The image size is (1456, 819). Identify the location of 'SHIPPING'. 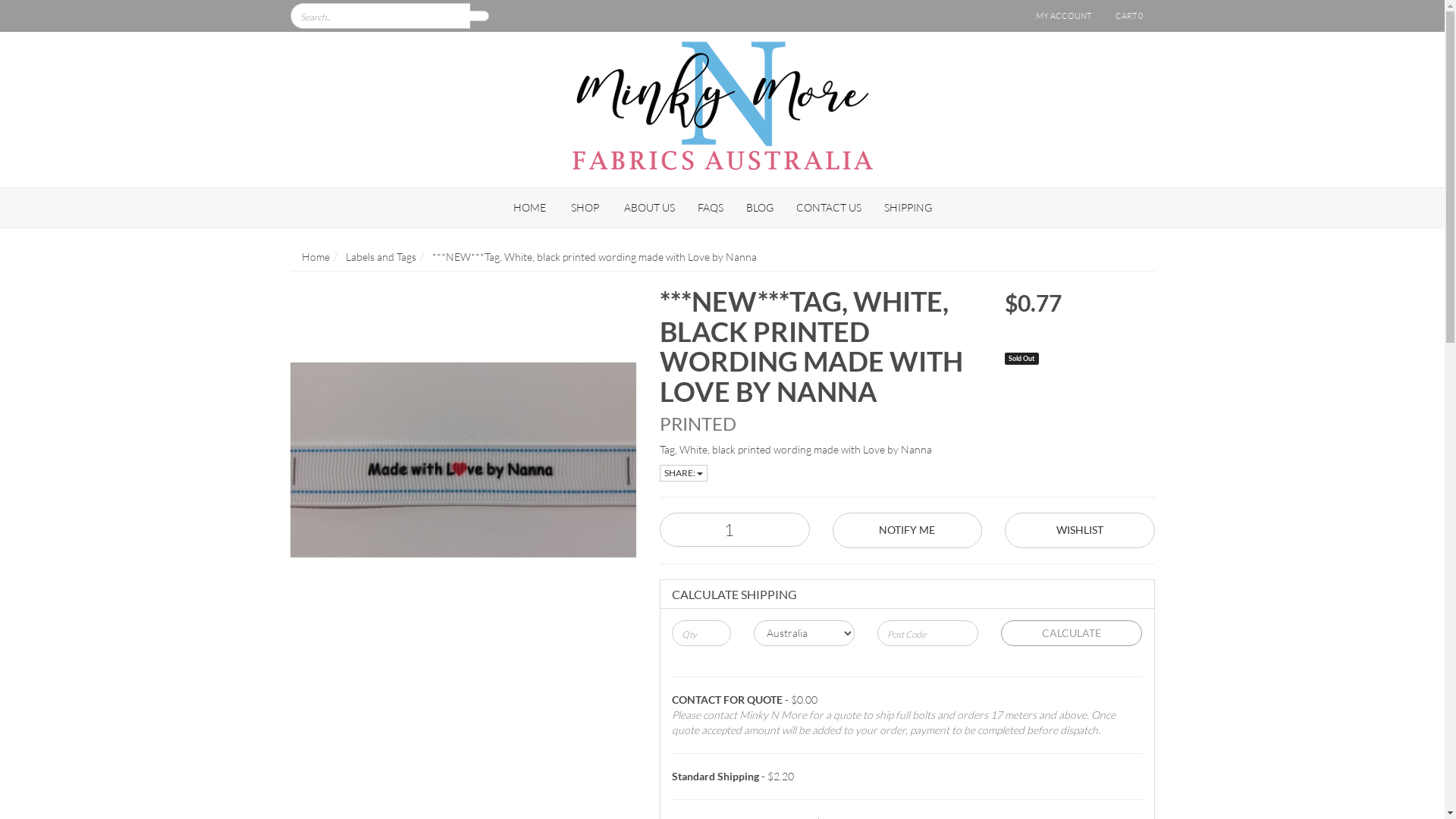
(907, 207).